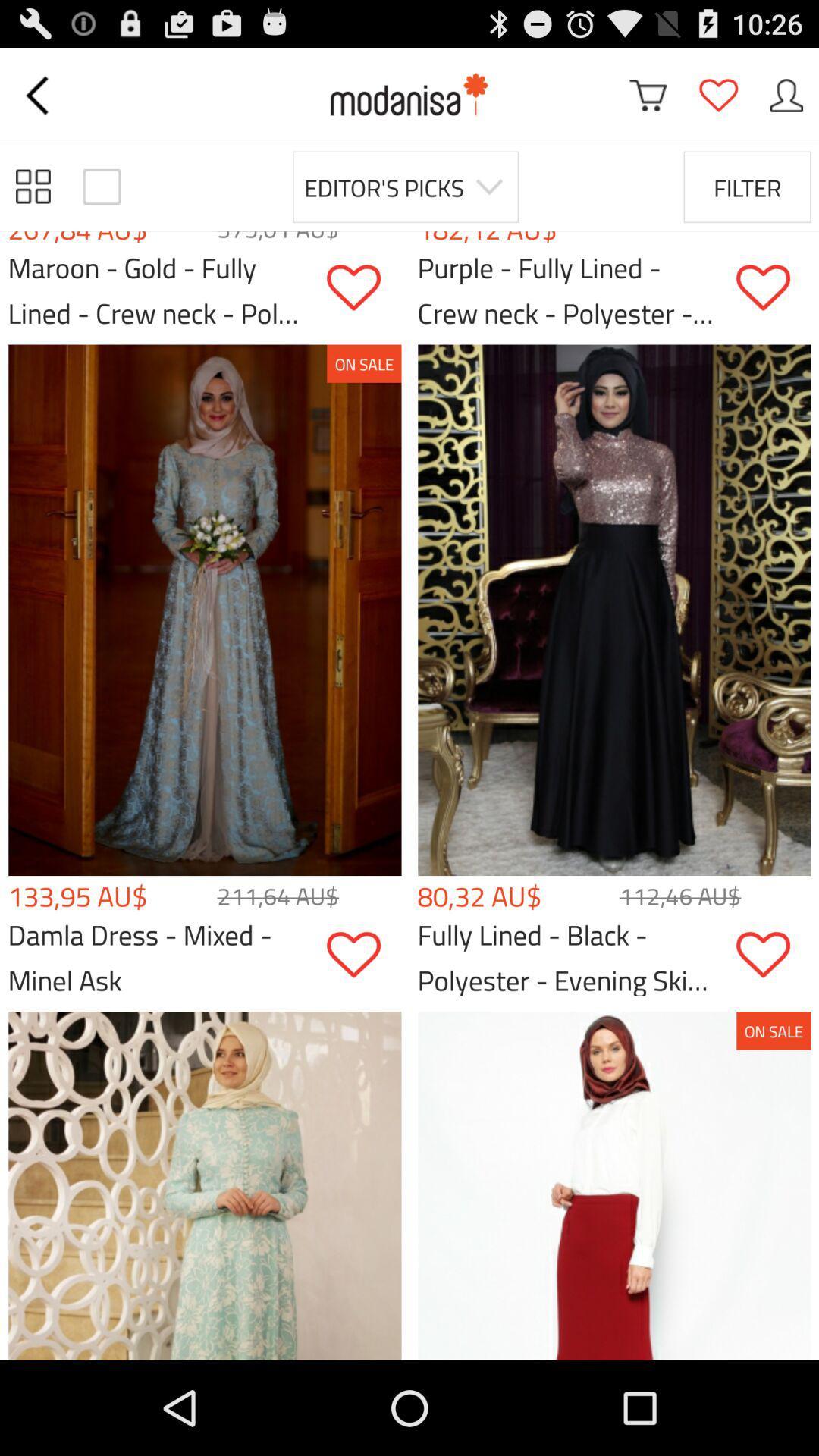 The height and width of the screenshot is (1456, 819). What do you see at coordinates (363, 954) in the screenshot?
I see `heart` at bounding box center [363, 954].